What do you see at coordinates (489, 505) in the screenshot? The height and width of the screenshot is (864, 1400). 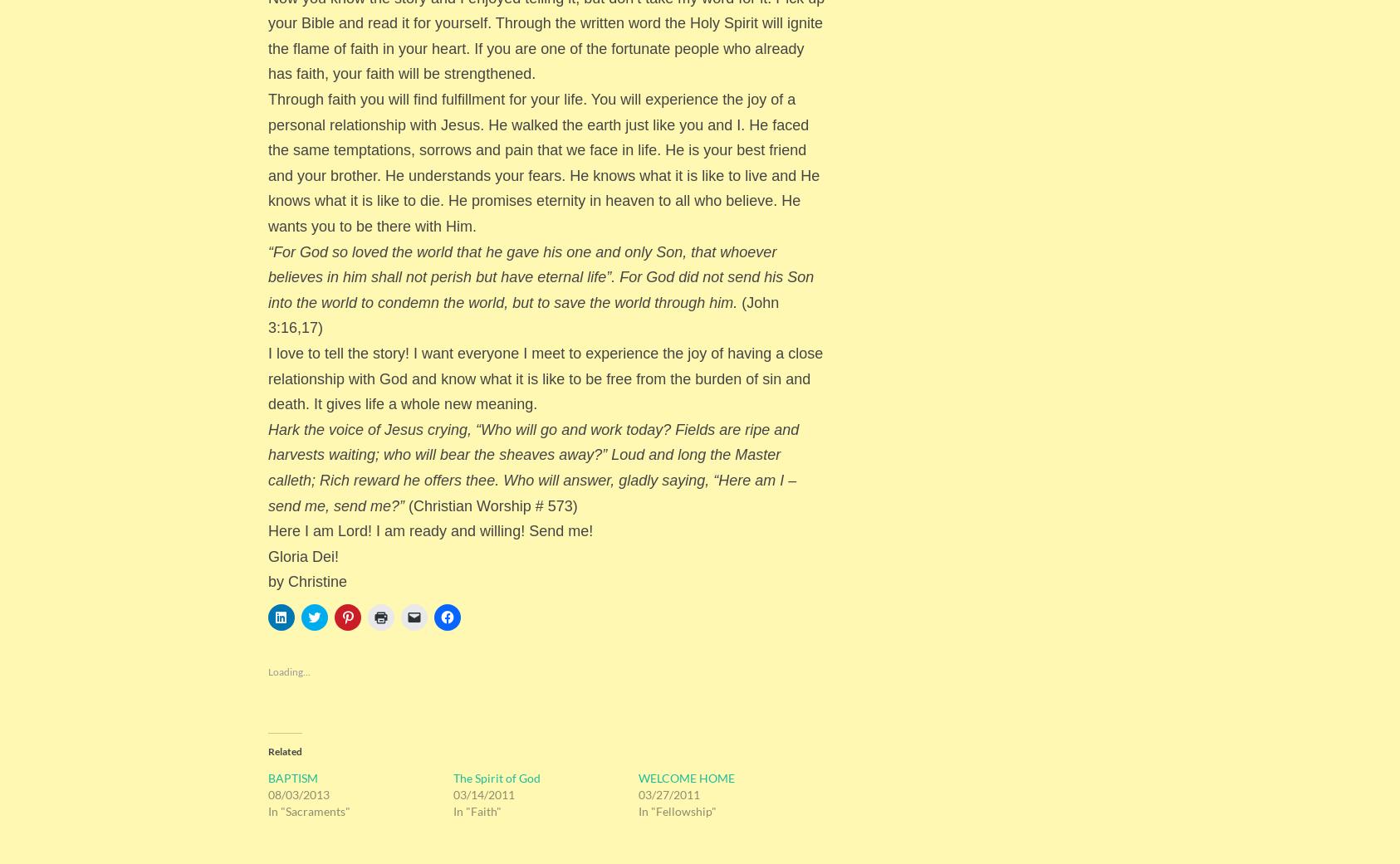 I see `'(Christian Worship # 573)'` at bounding box center [489, 505].